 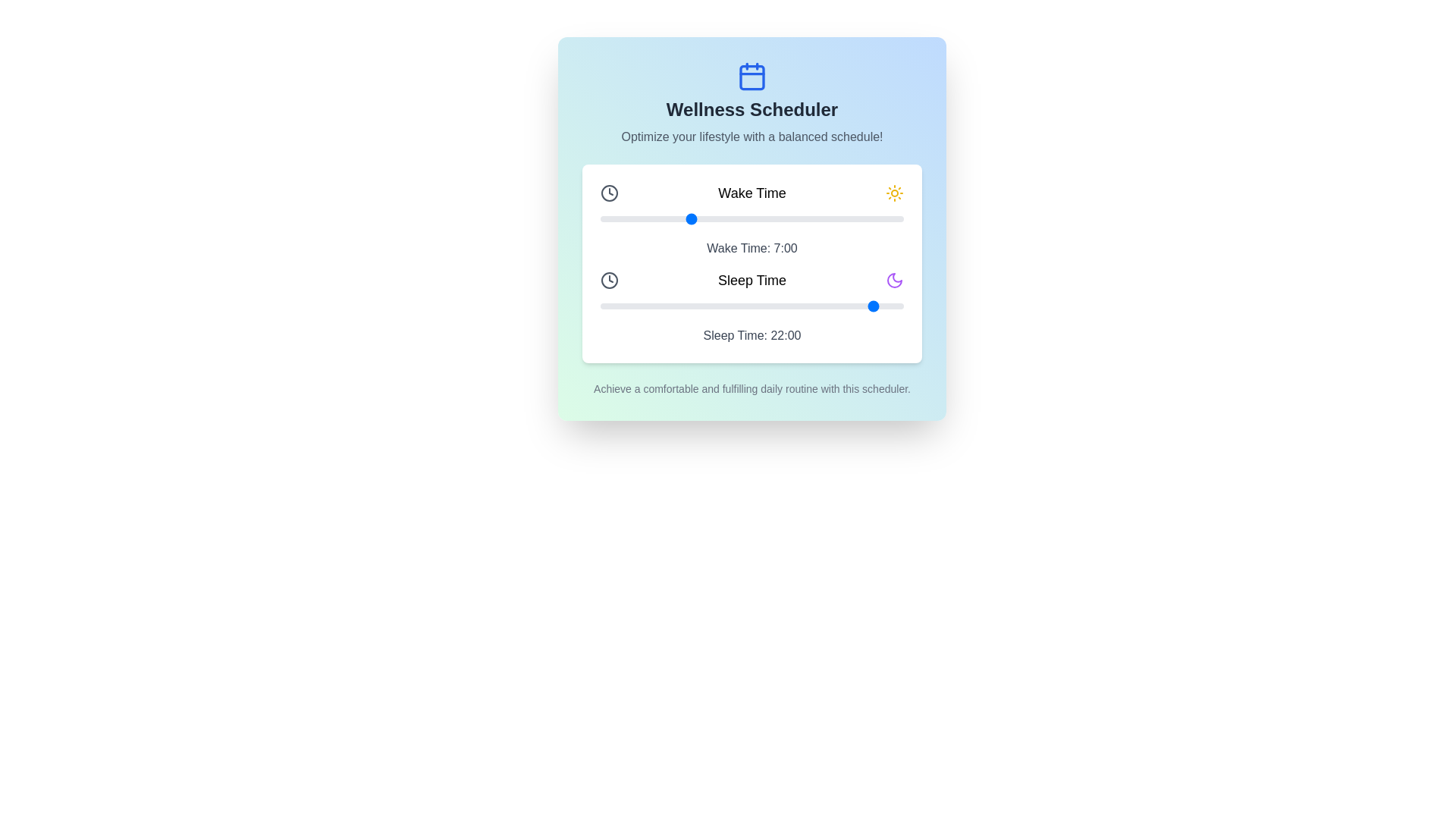 I want to click on text content of the bold heading 'Wellness Scheduler' which is centrally positioned at the top of the card element, so click(x=752, y=109).